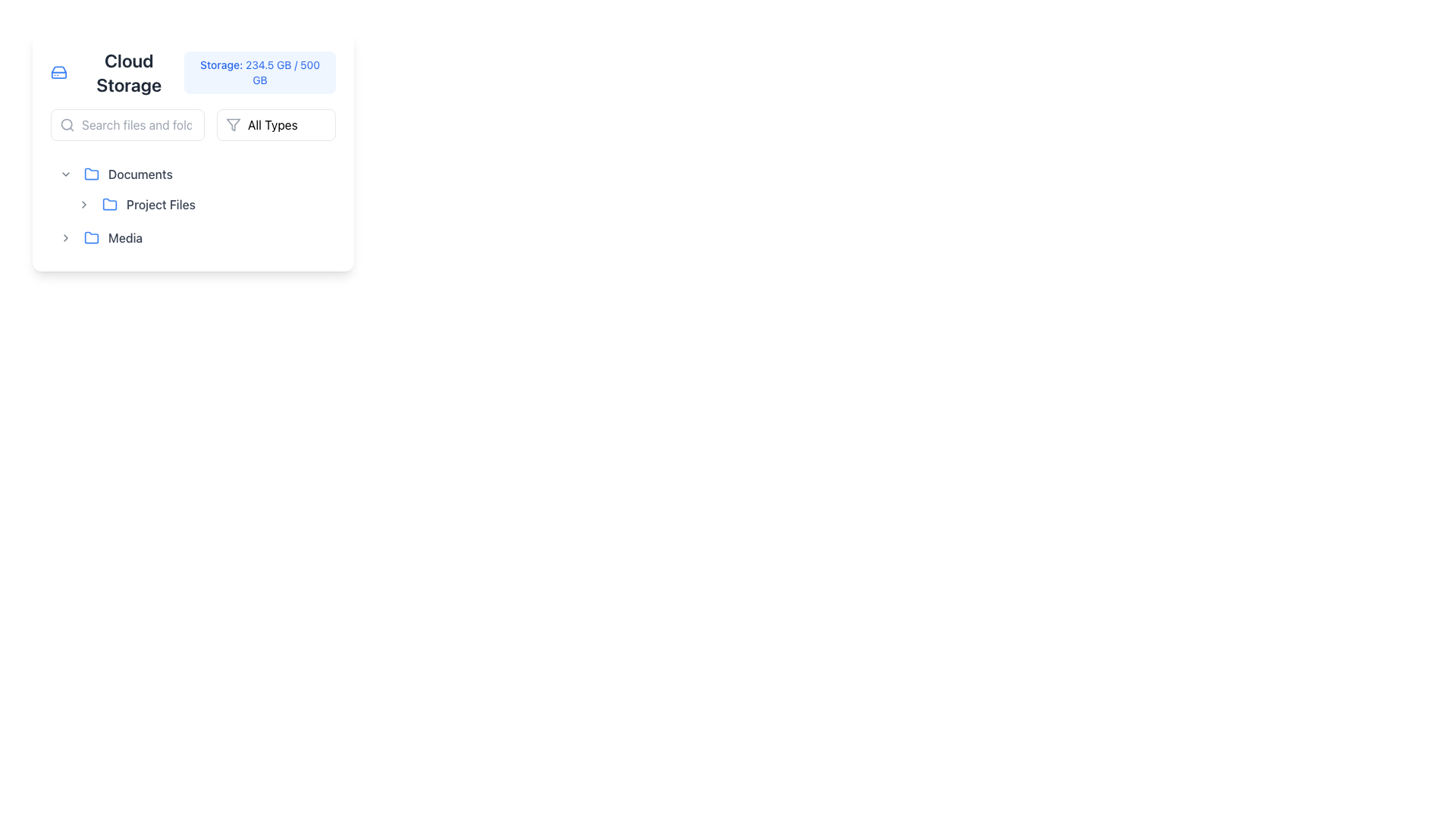 This screenshot has width=1456, height=819. I want to click on the 'Project Files' text label located under the 'Documents' folder, so click(192, 205).